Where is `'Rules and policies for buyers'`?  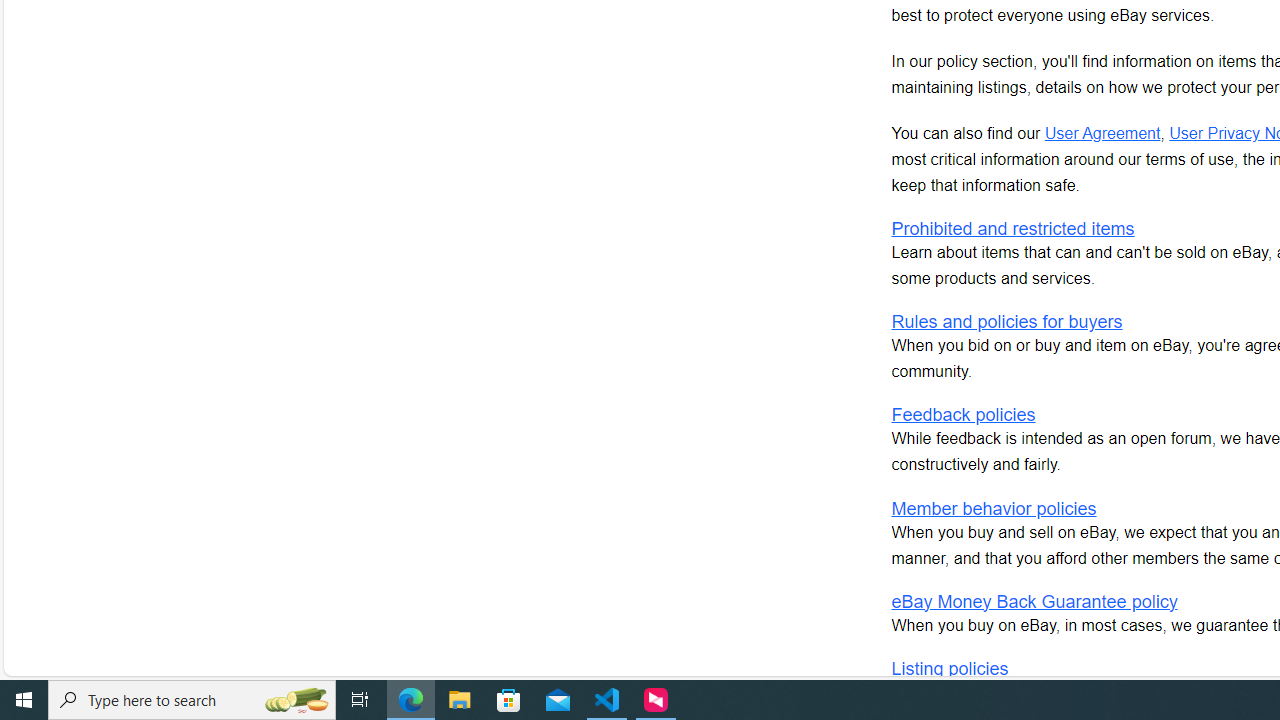 'Rules and policies for buyers' is located at coordinates (1006, 321).